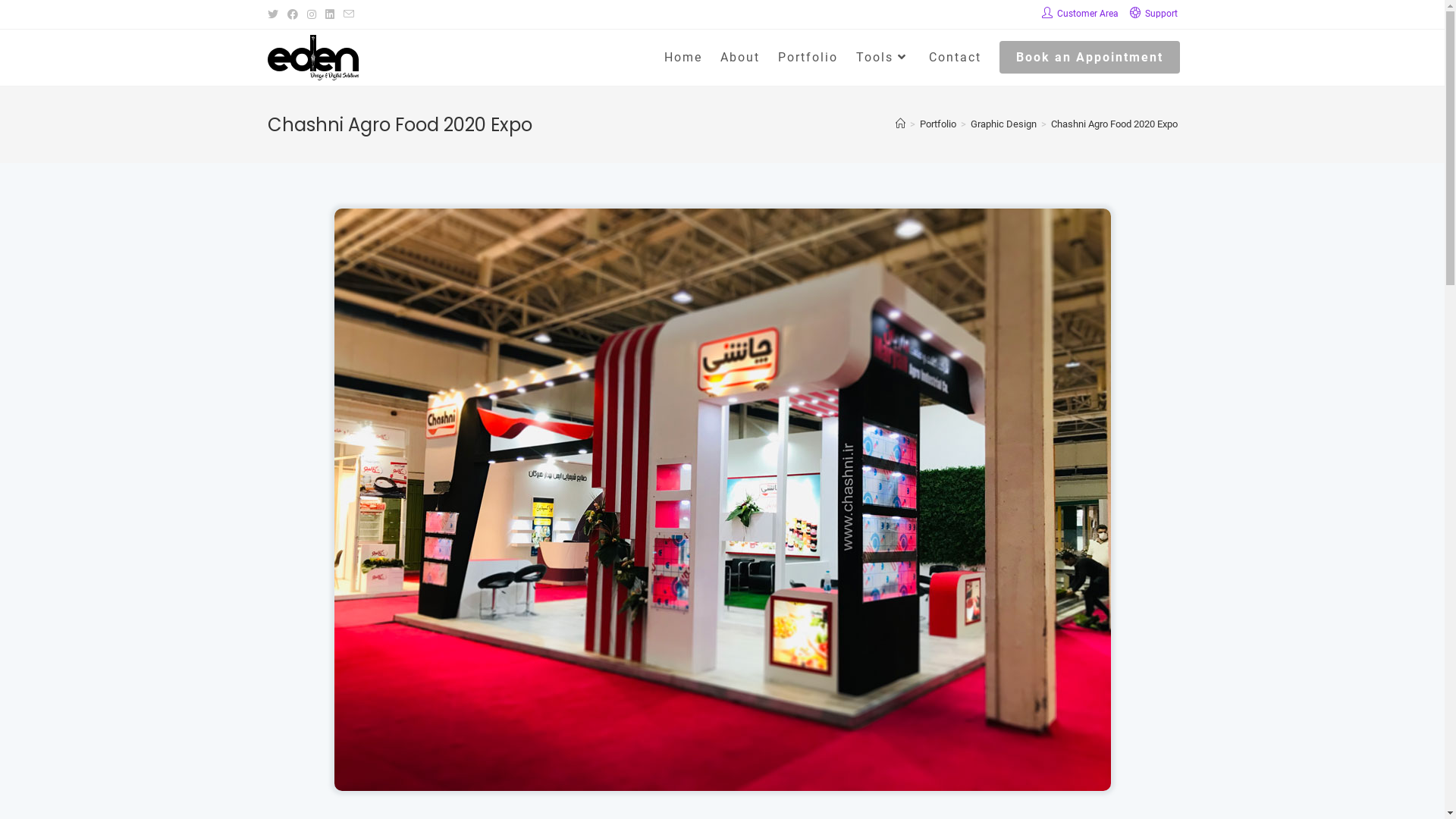 The height and width of the screenshot is (819, 1456). Describe the element at coordinates (608, 681) in the screenshot. I see `'Signage Design'` at that location.